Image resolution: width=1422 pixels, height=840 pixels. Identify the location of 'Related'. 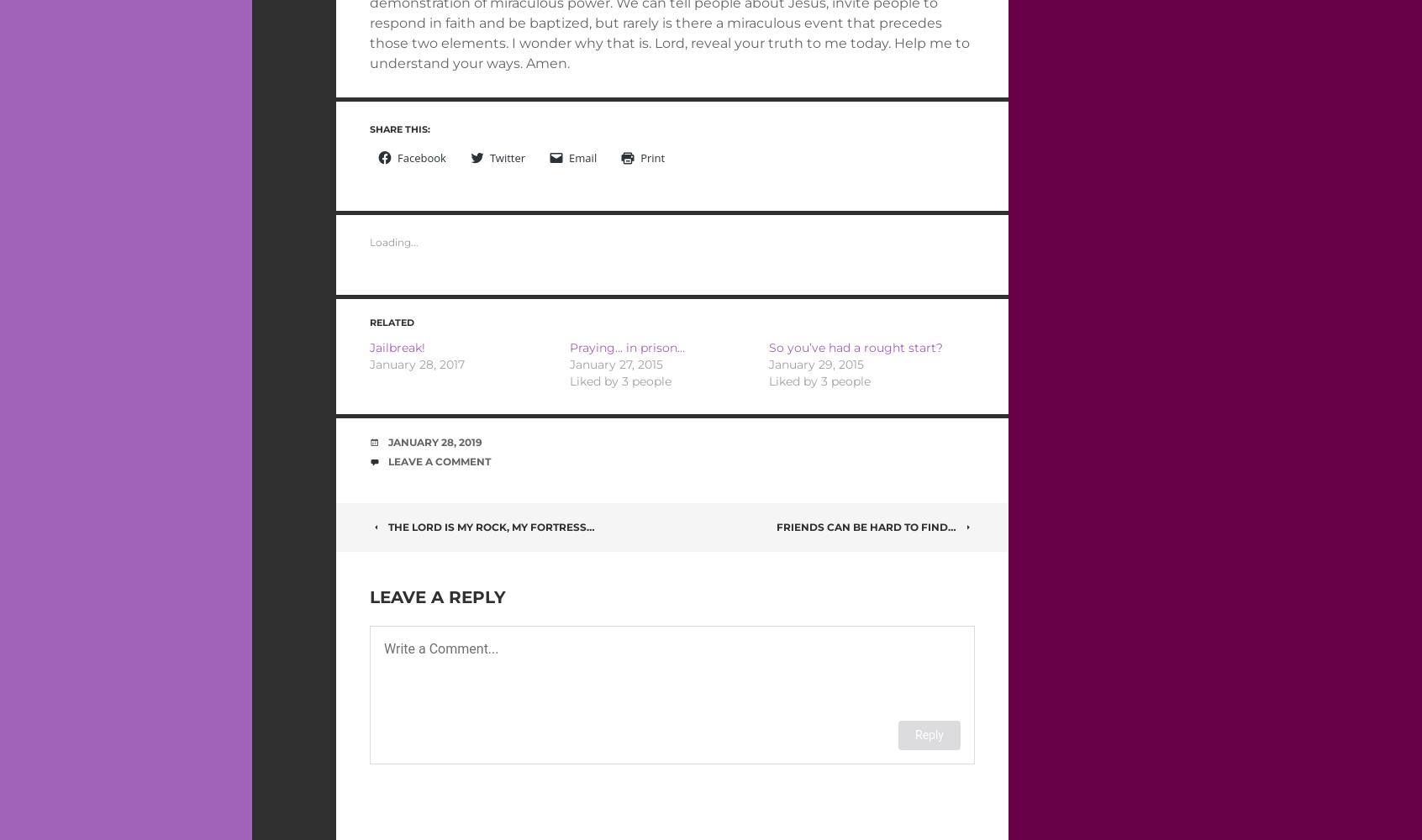
(368, 323).